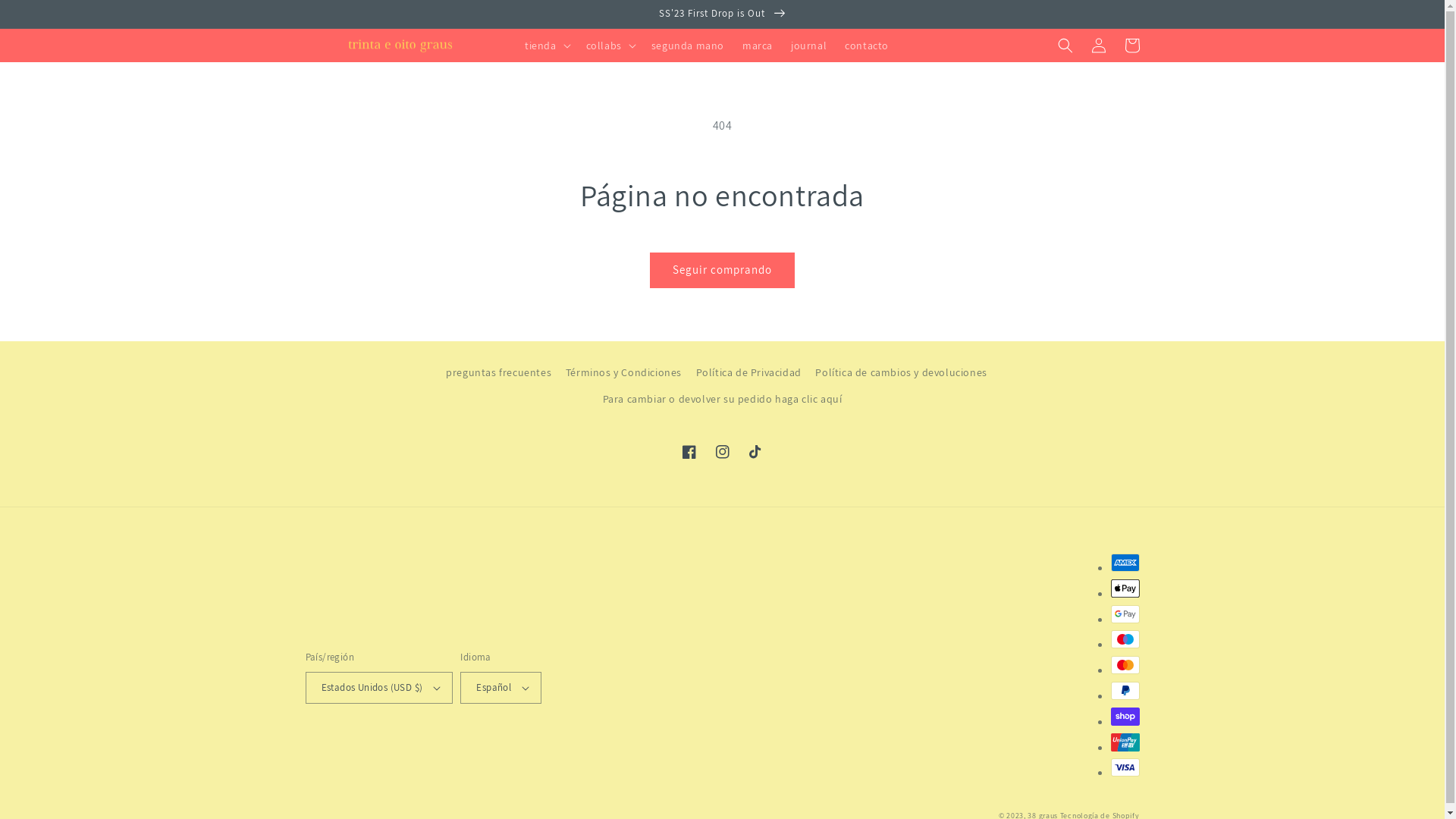 The height and width of the screenshot is (819, 1456). I want to click on 'journal', so click(808, 45).